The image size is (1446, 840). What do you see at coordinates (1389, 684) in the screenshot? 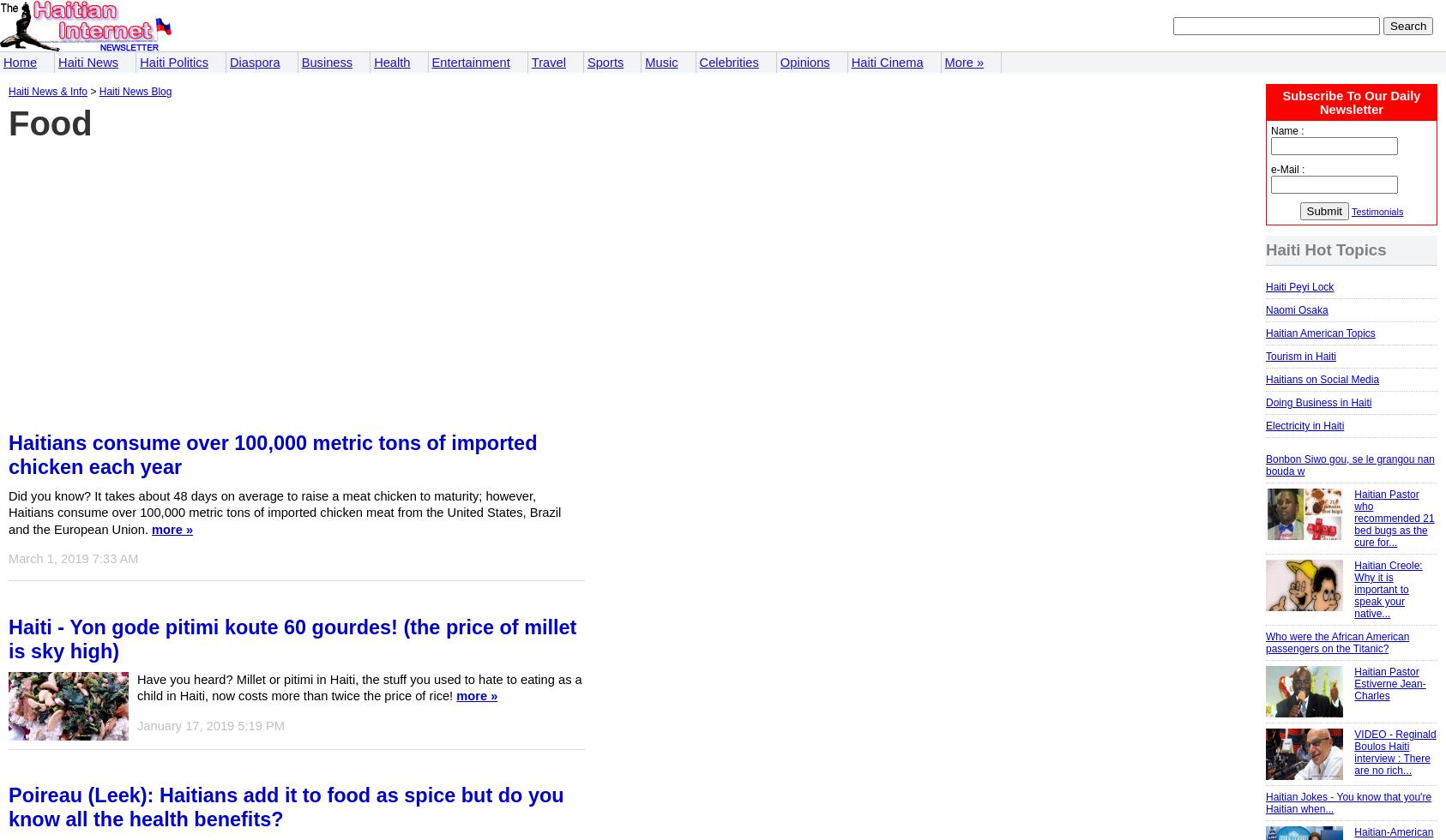
I see `'Haitian Pastor Estiverne Jean-Charles'` at bounding box center [1389, 684].